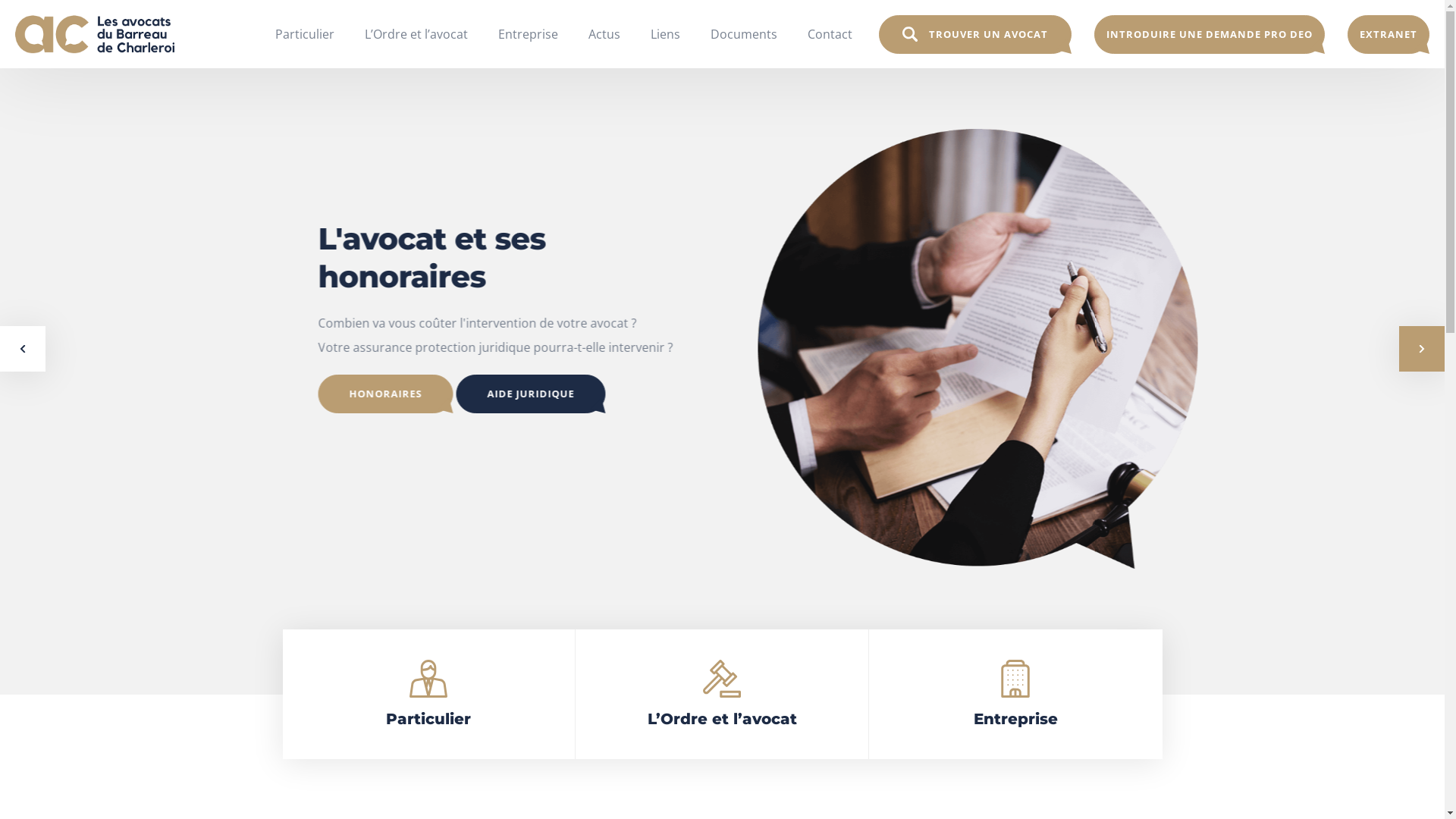 This screenshot has height=819, width=1456. Describe the element at coordinates (603, 34) in the screenshot. I see `'Actus'` at that location.